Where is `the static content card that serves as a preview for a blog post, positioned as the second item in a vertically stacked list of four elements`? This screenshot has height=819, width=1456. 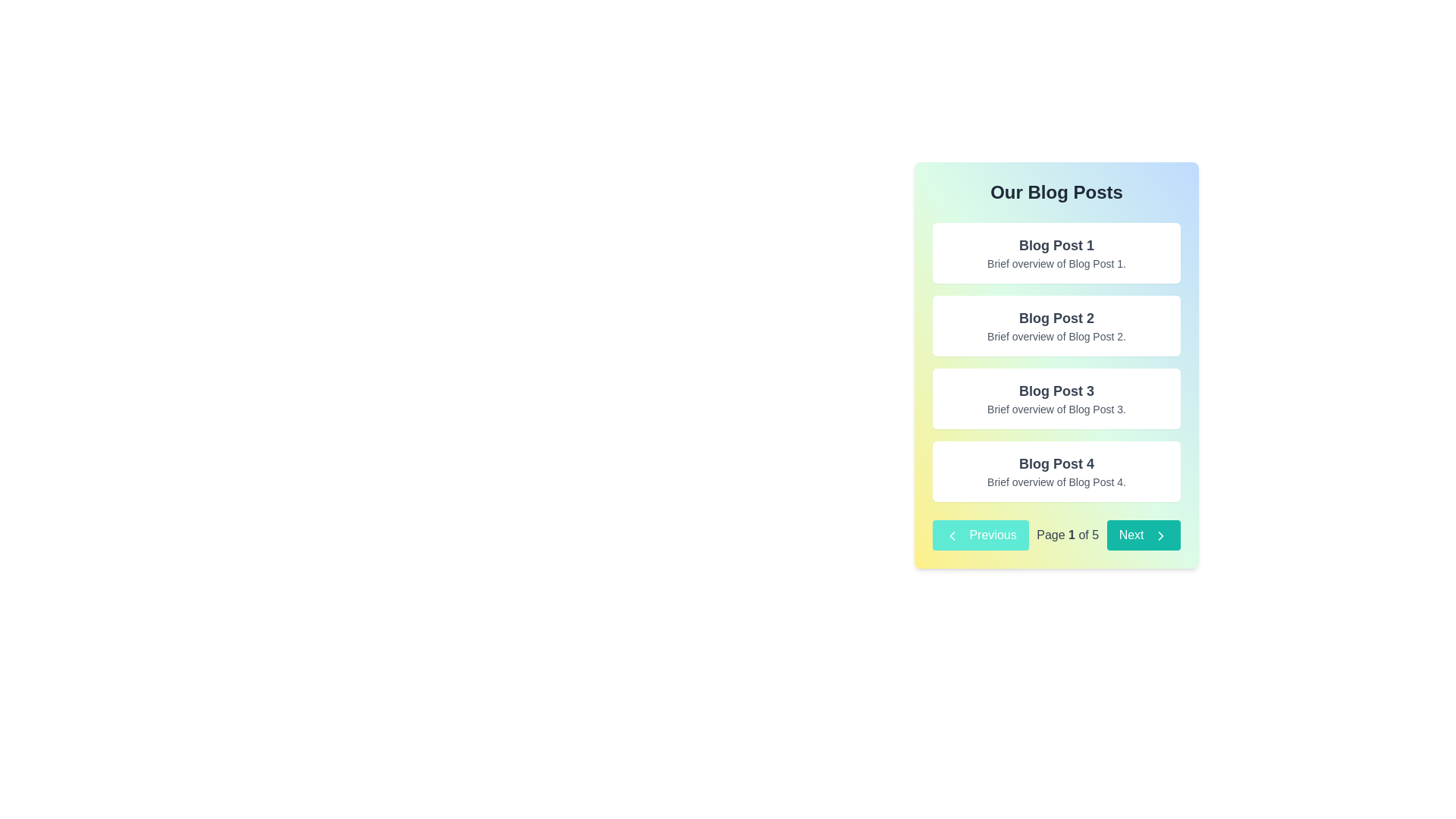 the static content card that serves as a preview for a blog post, positioned as the second item in a vertically stacked list of four elements is located at coordinates (1056, 325).